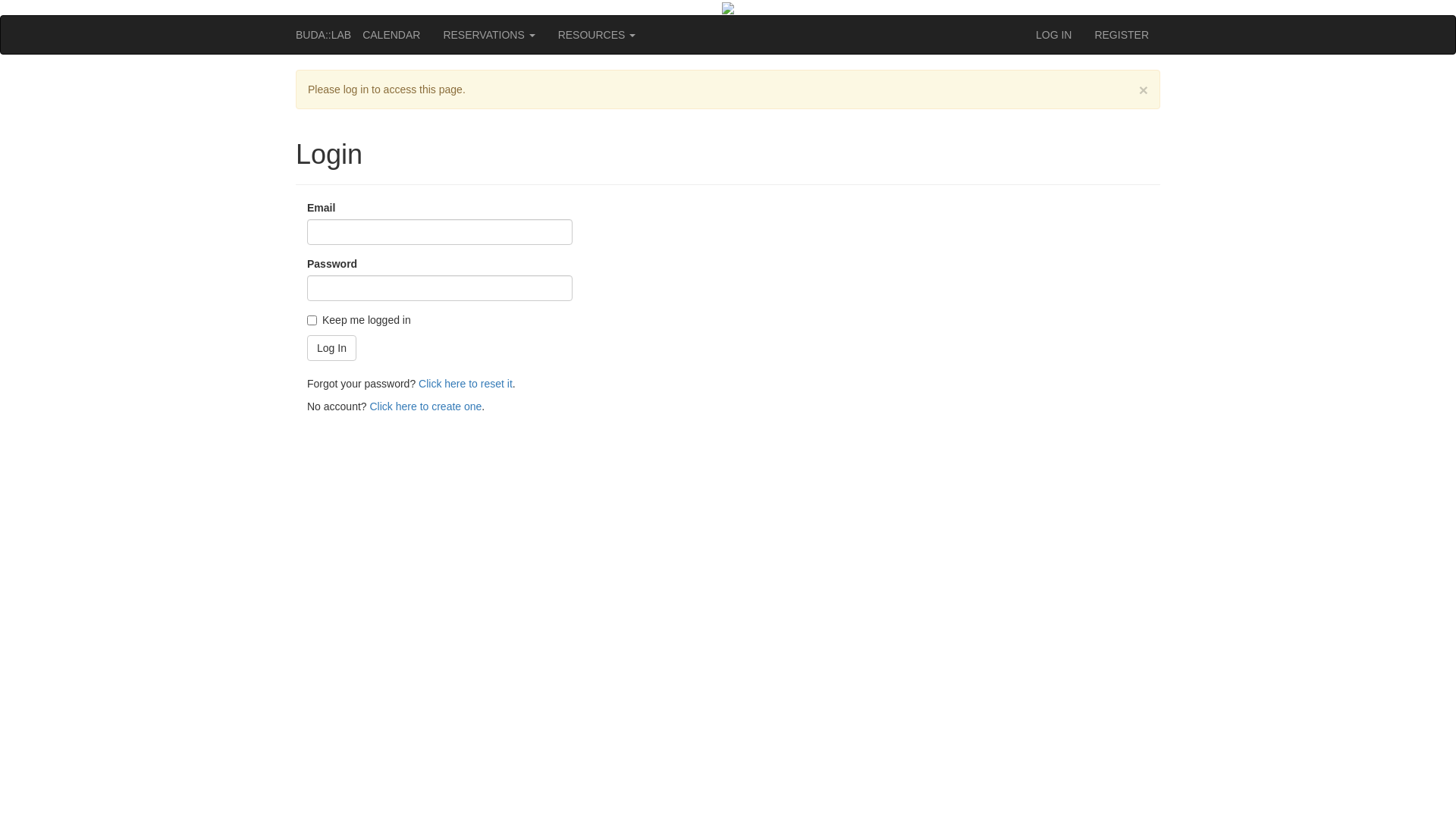 The width and height of the screenshot is (1456, 819). I want to click on 'RESERVATIONS', so click(431, 34).